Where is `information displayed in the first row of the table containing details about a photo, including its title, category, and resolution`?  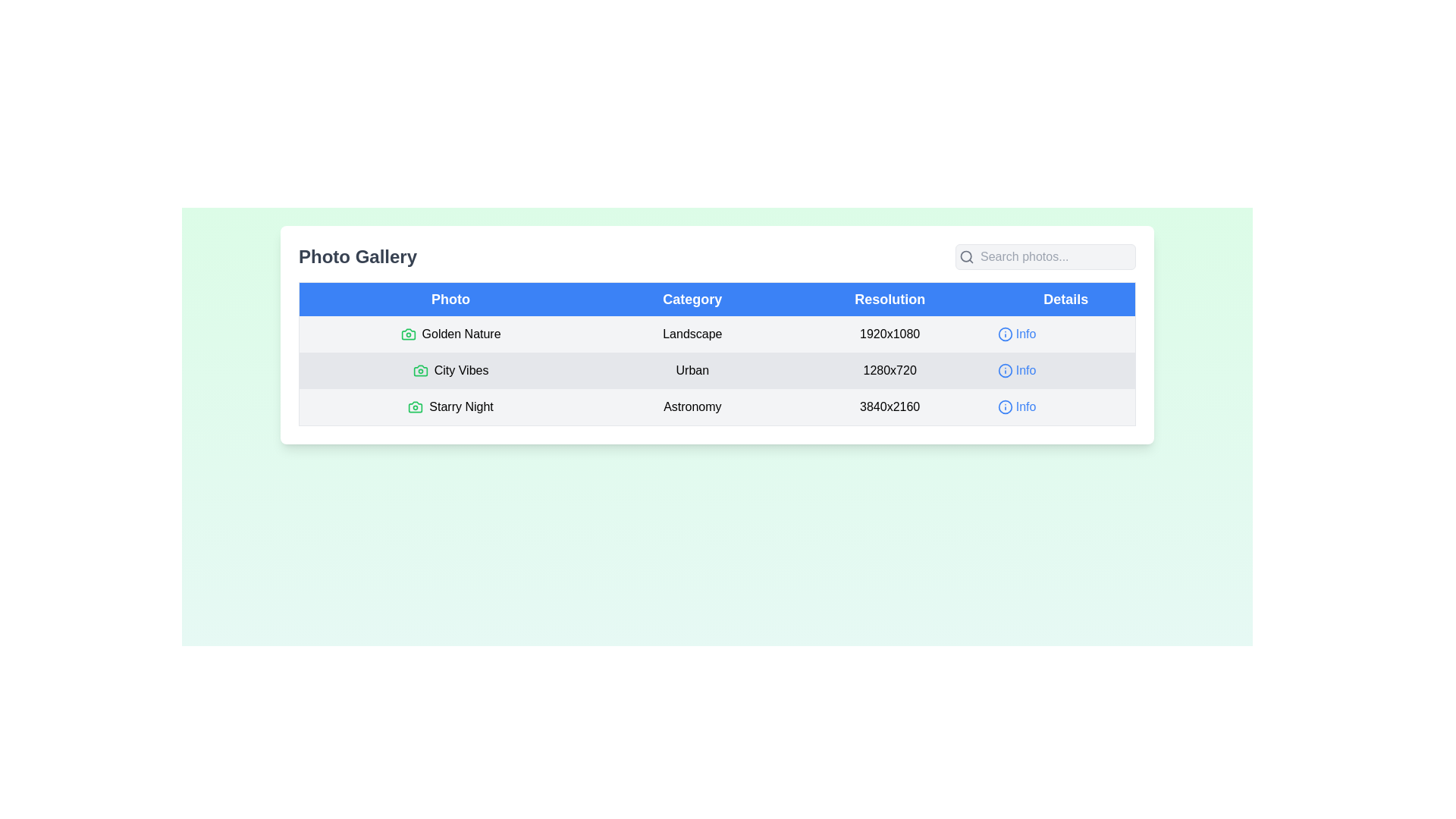
information displayed in the first row of the table containing details about a photo, including its title, category, and resolution is located at coordinates (716, 333).